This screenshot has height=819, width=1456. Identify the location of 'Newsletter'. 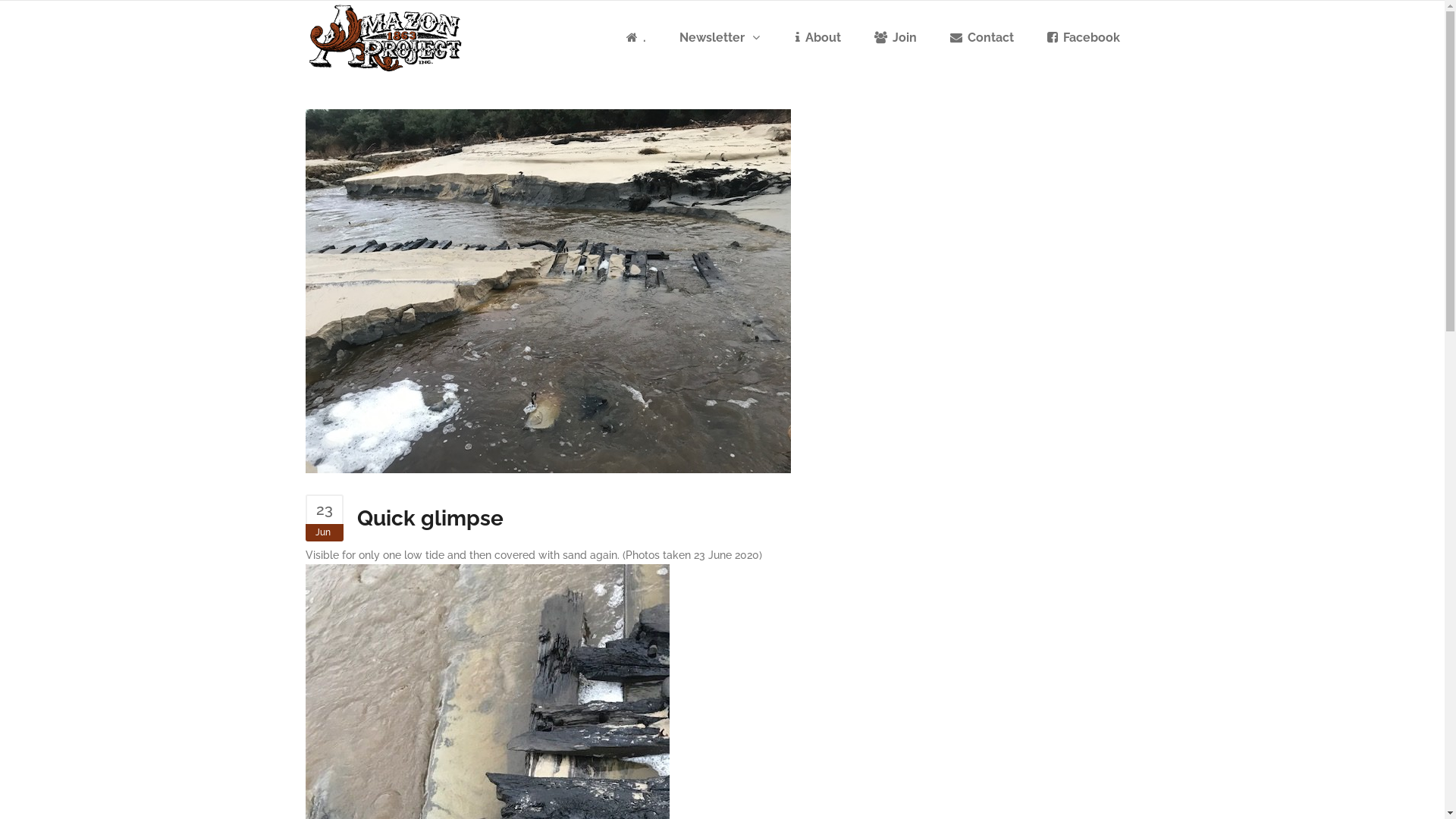
(720, 37).